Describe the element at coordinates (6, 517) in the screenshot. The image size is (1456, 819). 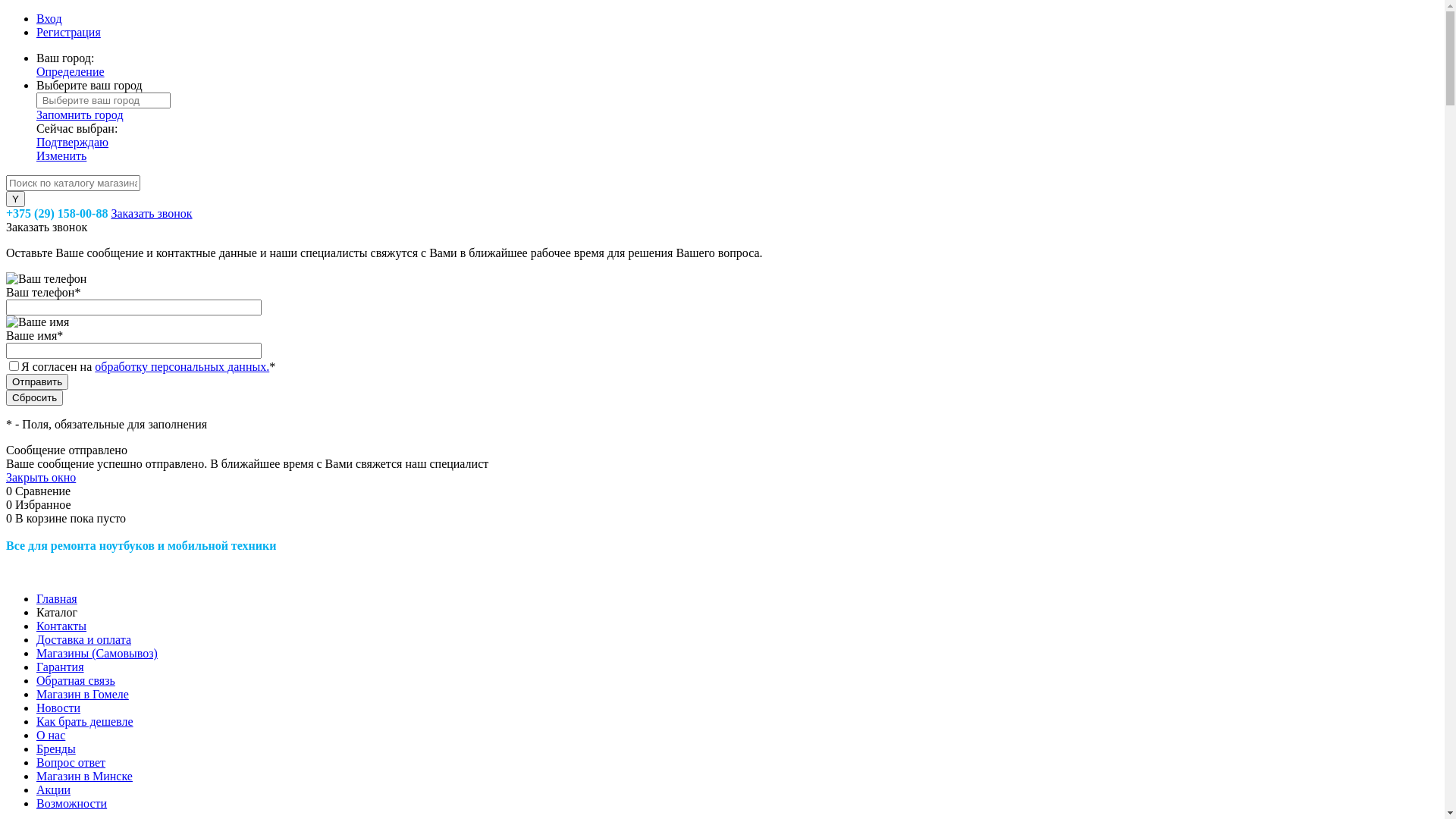
I see `'0'` at that location.